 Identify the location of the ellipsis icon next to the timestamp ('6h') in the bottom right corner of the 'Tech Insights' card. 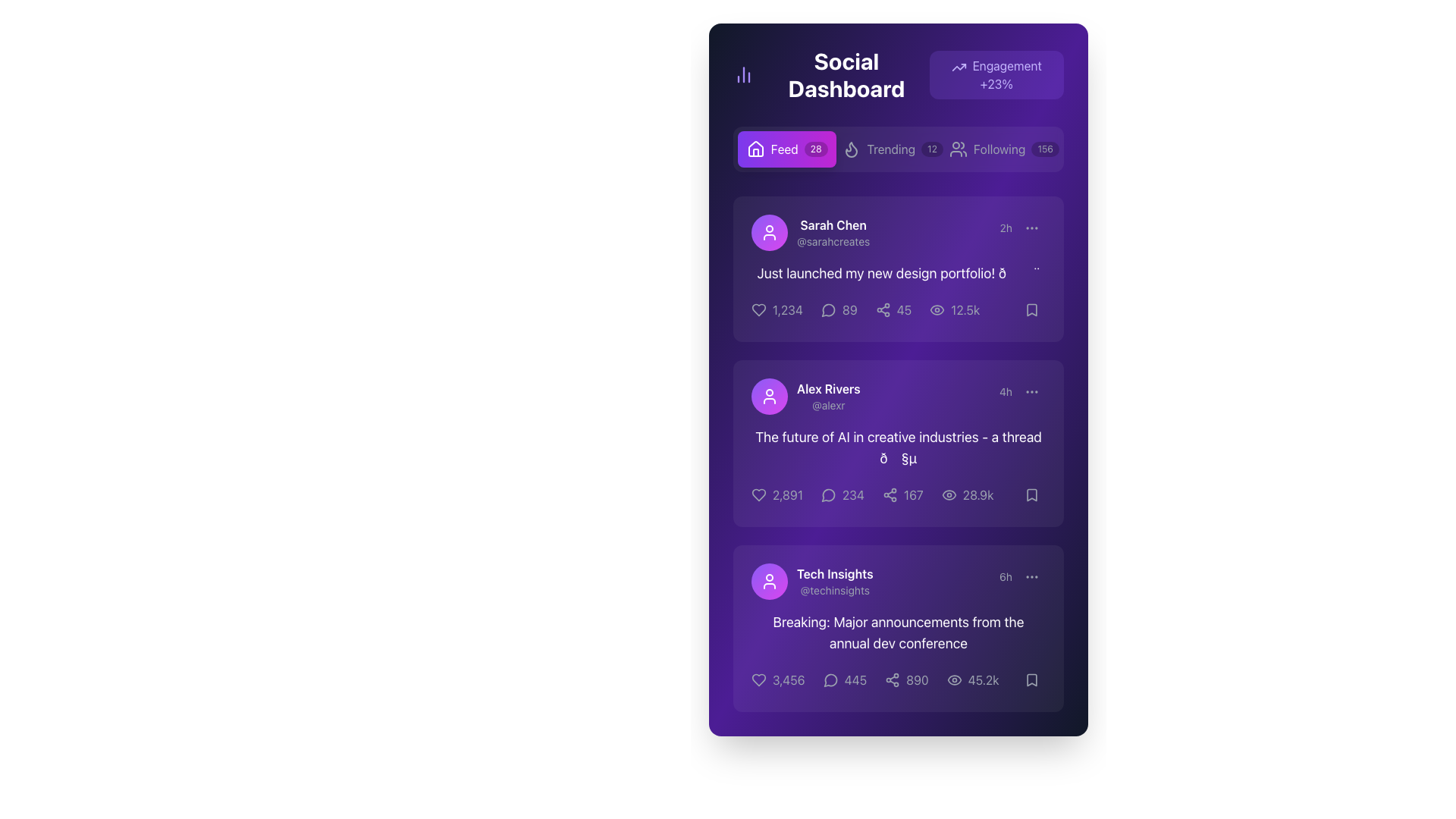
(1022, 576).